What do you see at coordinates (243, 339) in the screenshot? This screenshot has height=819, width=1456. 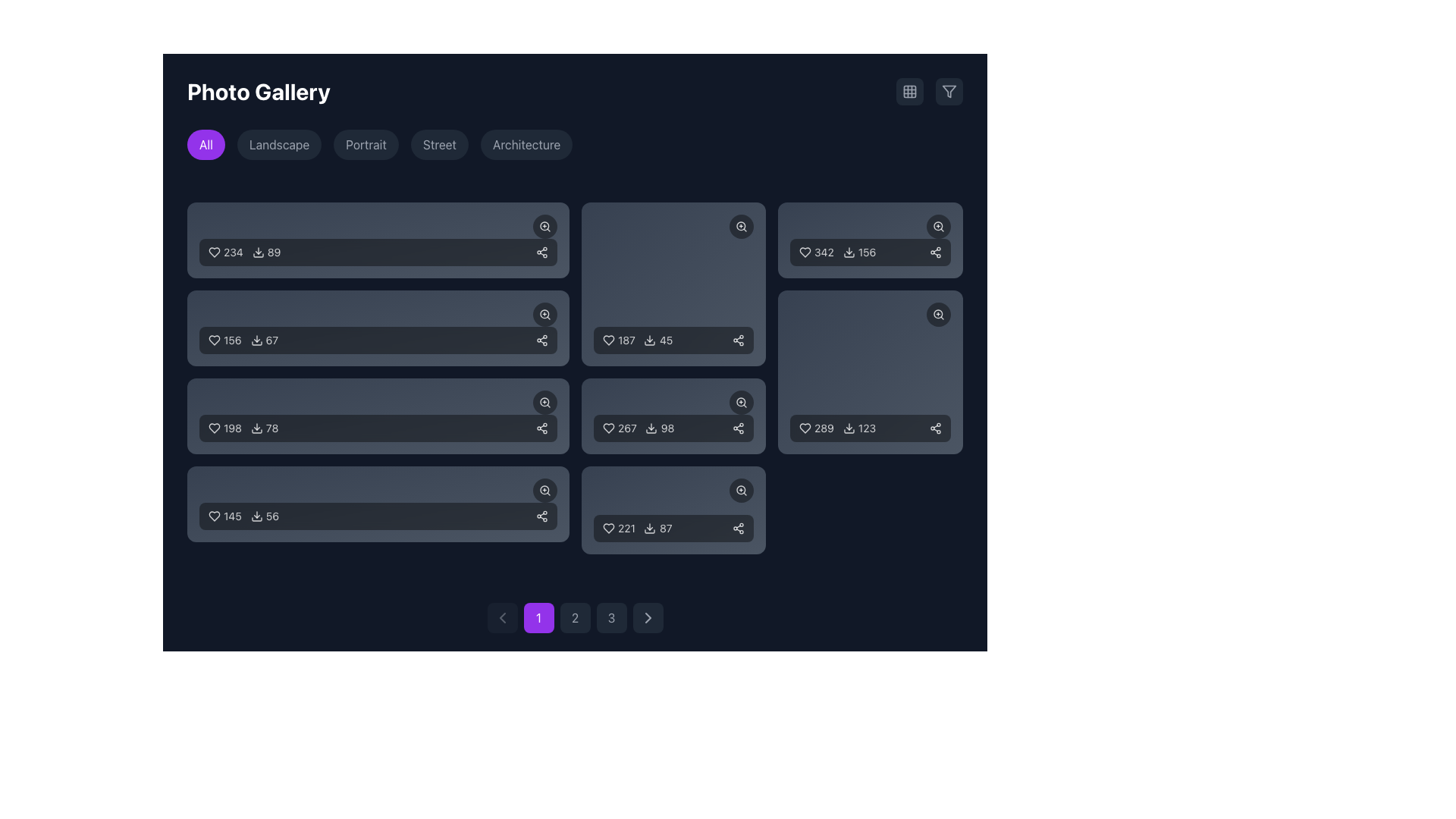 I see `the heart icon representing likes in the interactive display components of the photo gallery item, located on the second row of the gallery grid` at bounding box center [243, 339].